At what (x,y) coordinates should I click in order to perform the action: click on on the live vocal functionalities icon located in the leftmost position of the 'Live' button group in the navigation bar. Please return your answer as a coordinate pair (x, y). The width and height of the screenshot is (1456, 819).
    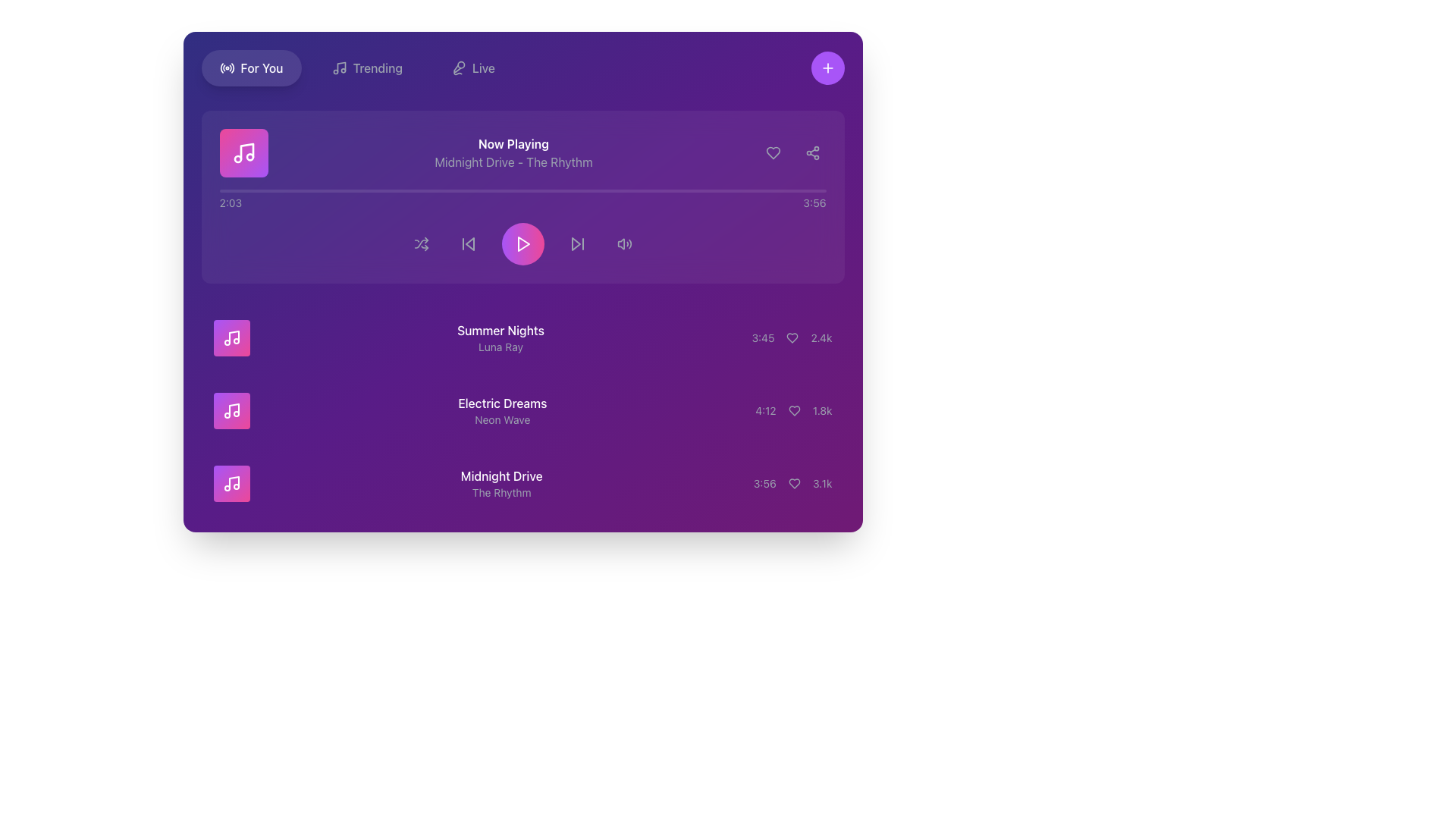
    Looking at the image, I should click on (457, 67).